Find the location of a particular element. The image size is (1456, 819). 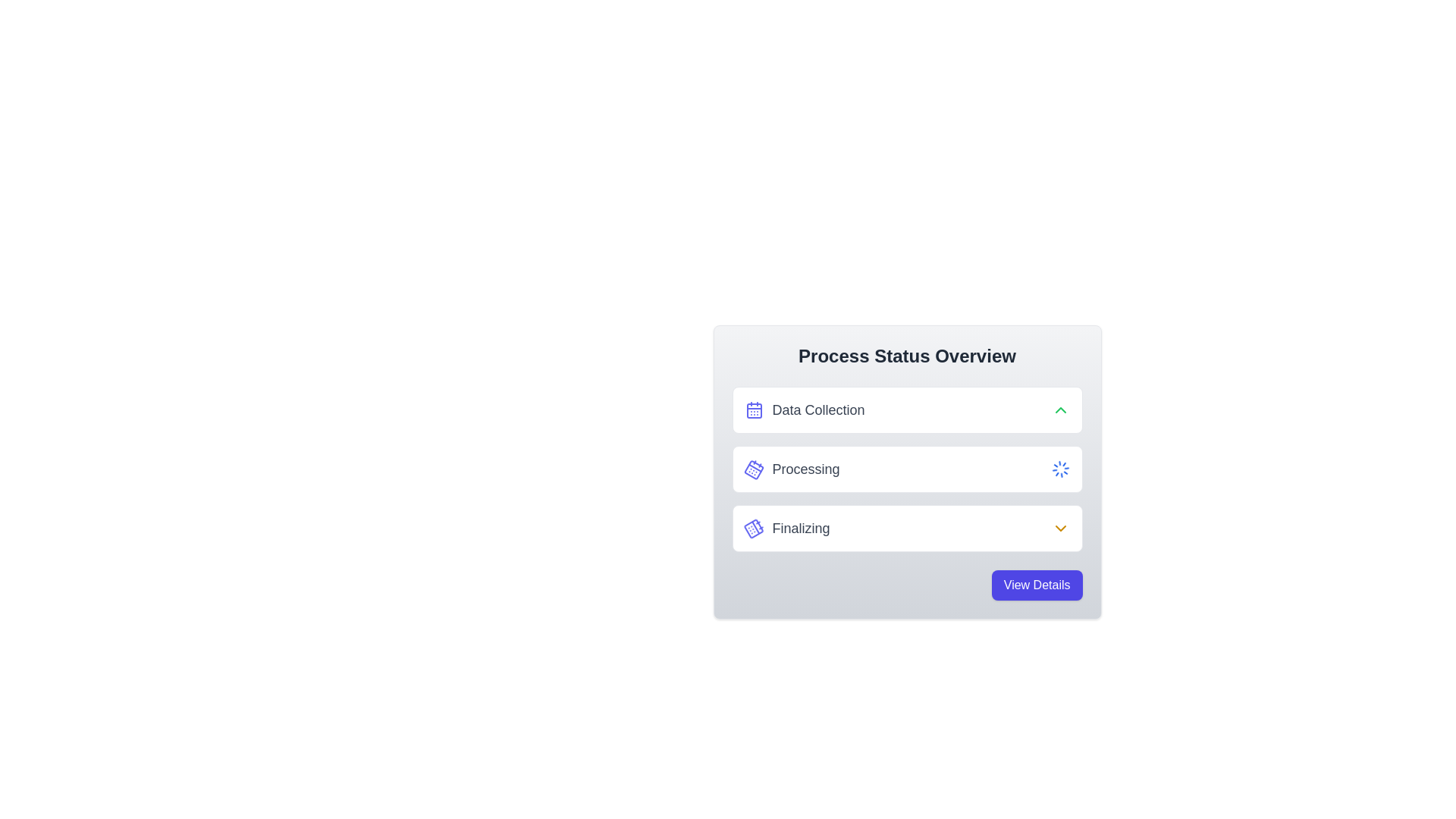

the 'Finalizing' text label, which is part of a step indicator arrangement in a gray rectangular card, located in the third step of the process indicator list is located at coordinates (800, 528).